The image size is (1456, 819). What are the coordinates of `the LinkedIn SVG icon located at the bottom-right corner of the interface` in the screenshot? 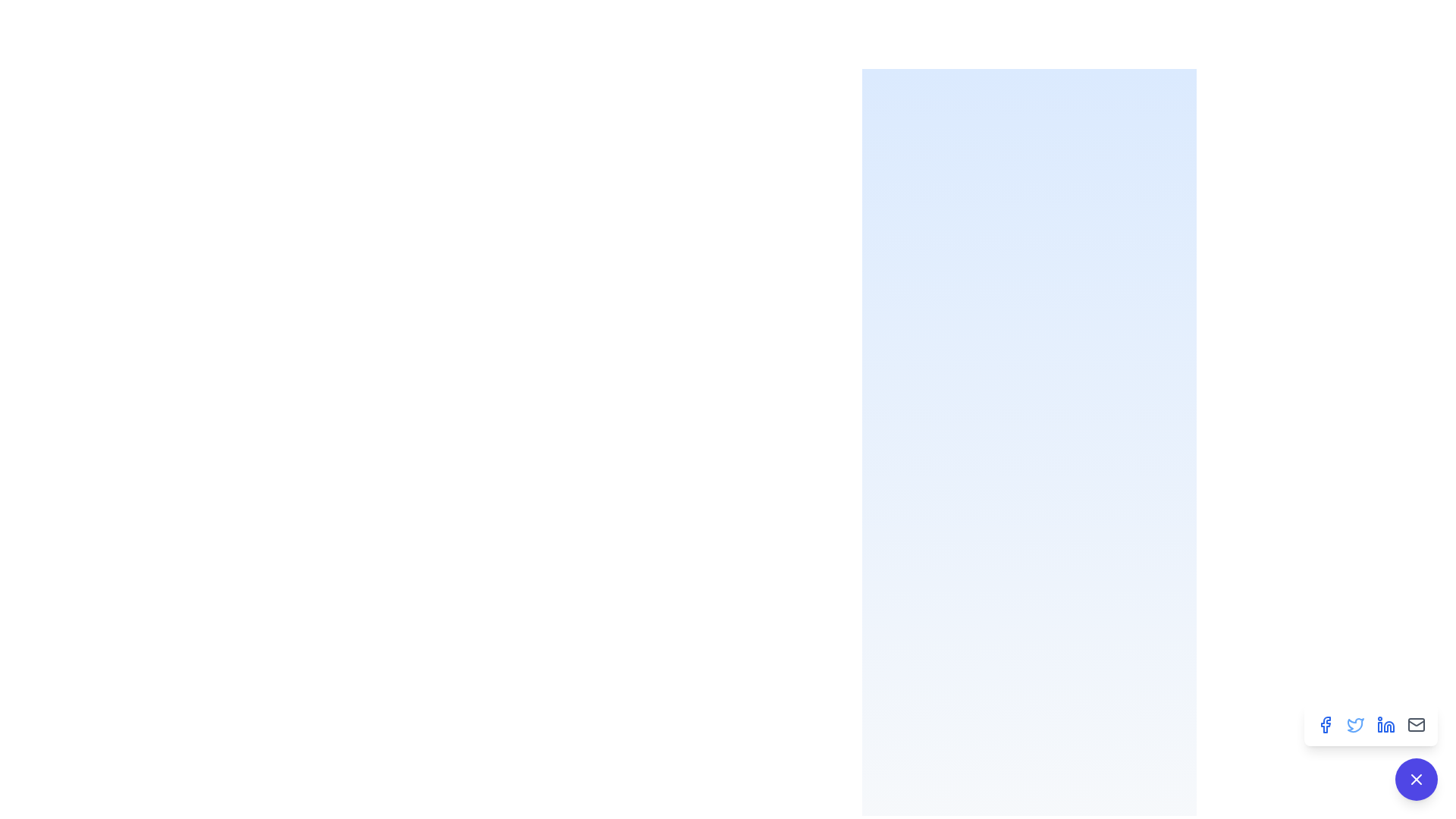 It's located at (1389, 725).